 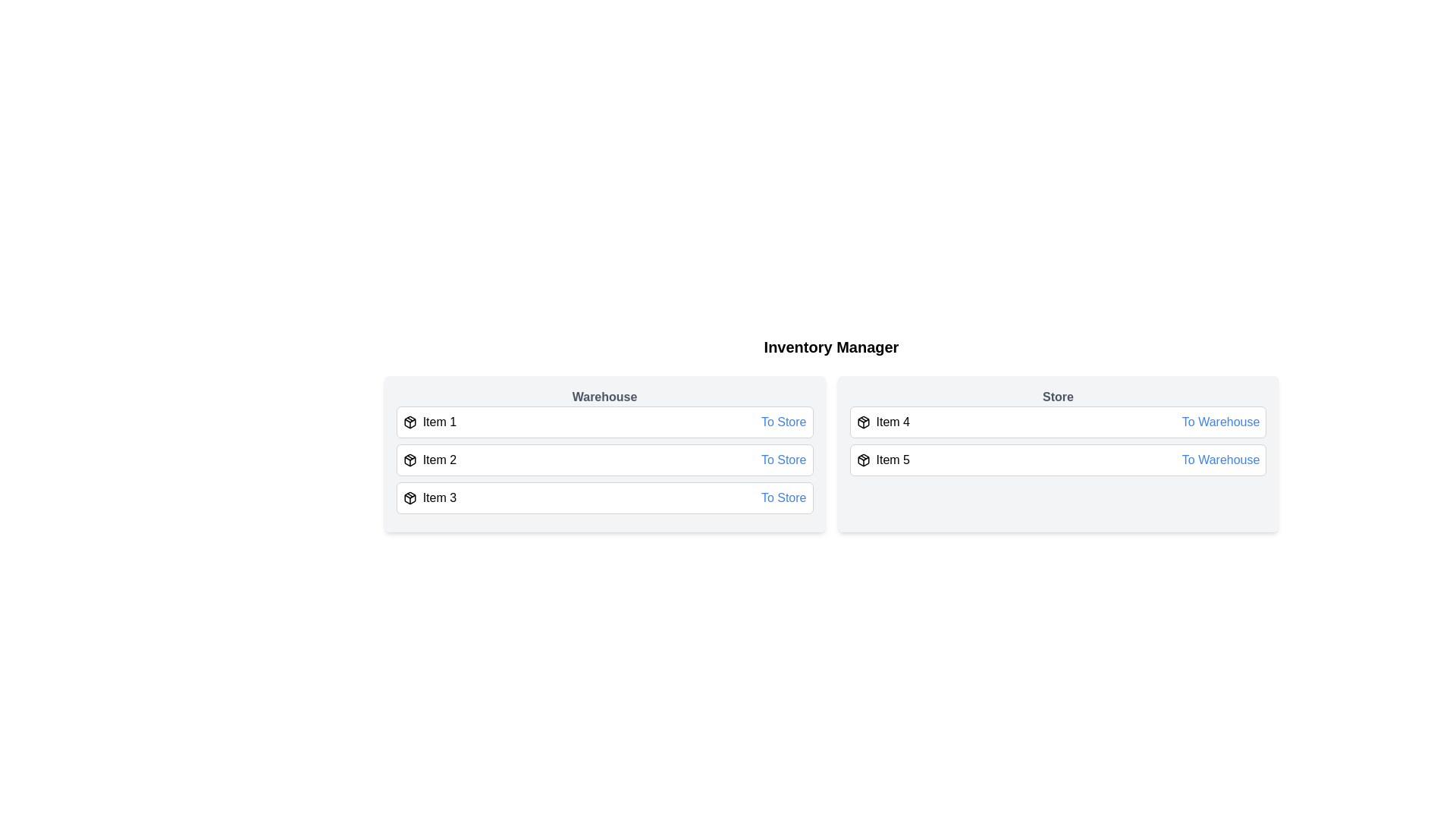 I want to click on the button to transfer Item 4 from Store to <destination>, so click(x=1221, y=422).